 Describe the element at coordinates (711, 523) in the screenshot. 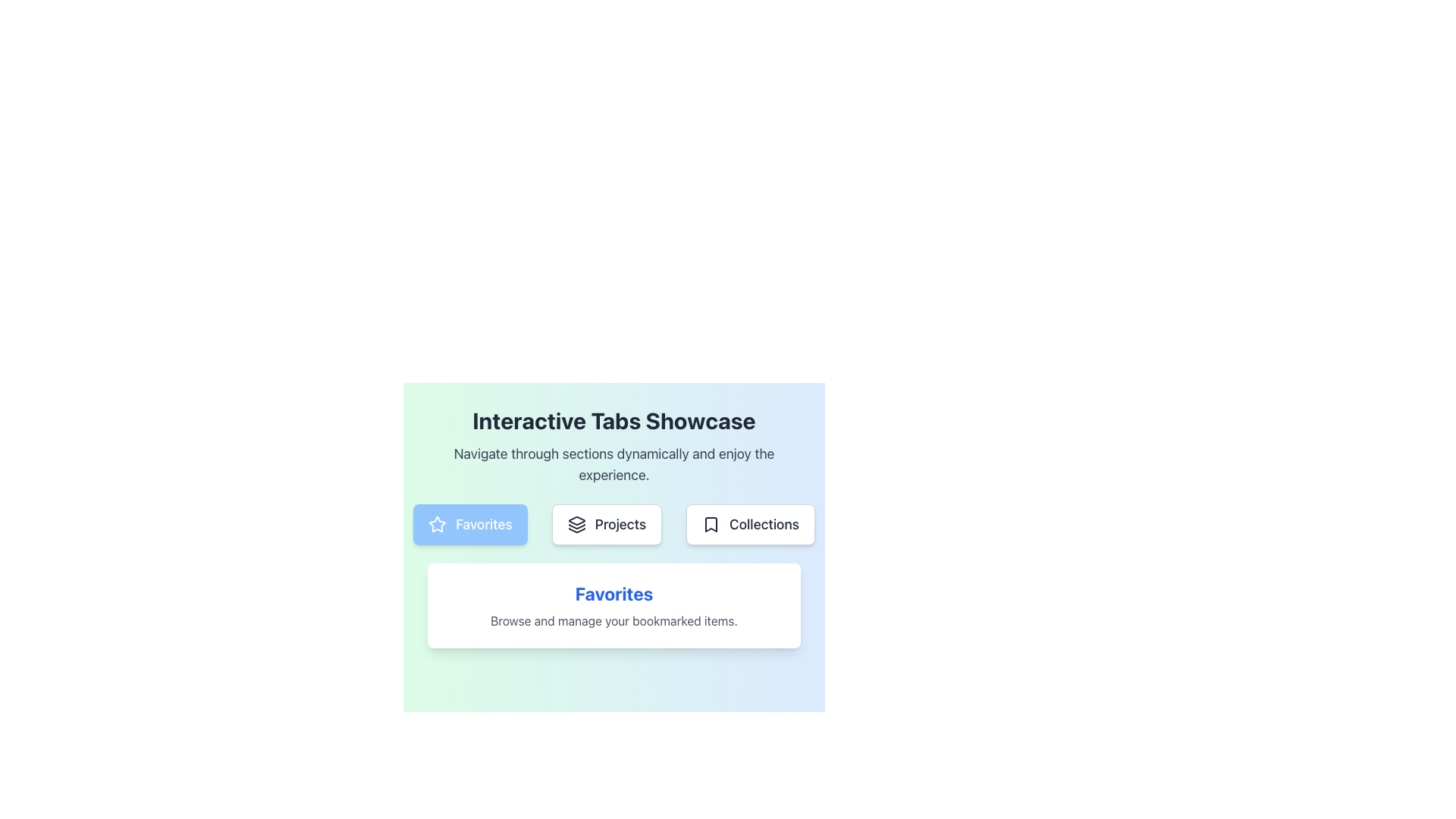

I see `the 'Collections' icon which serves as a visual indicator for the corresponding section in the interface` at that location.